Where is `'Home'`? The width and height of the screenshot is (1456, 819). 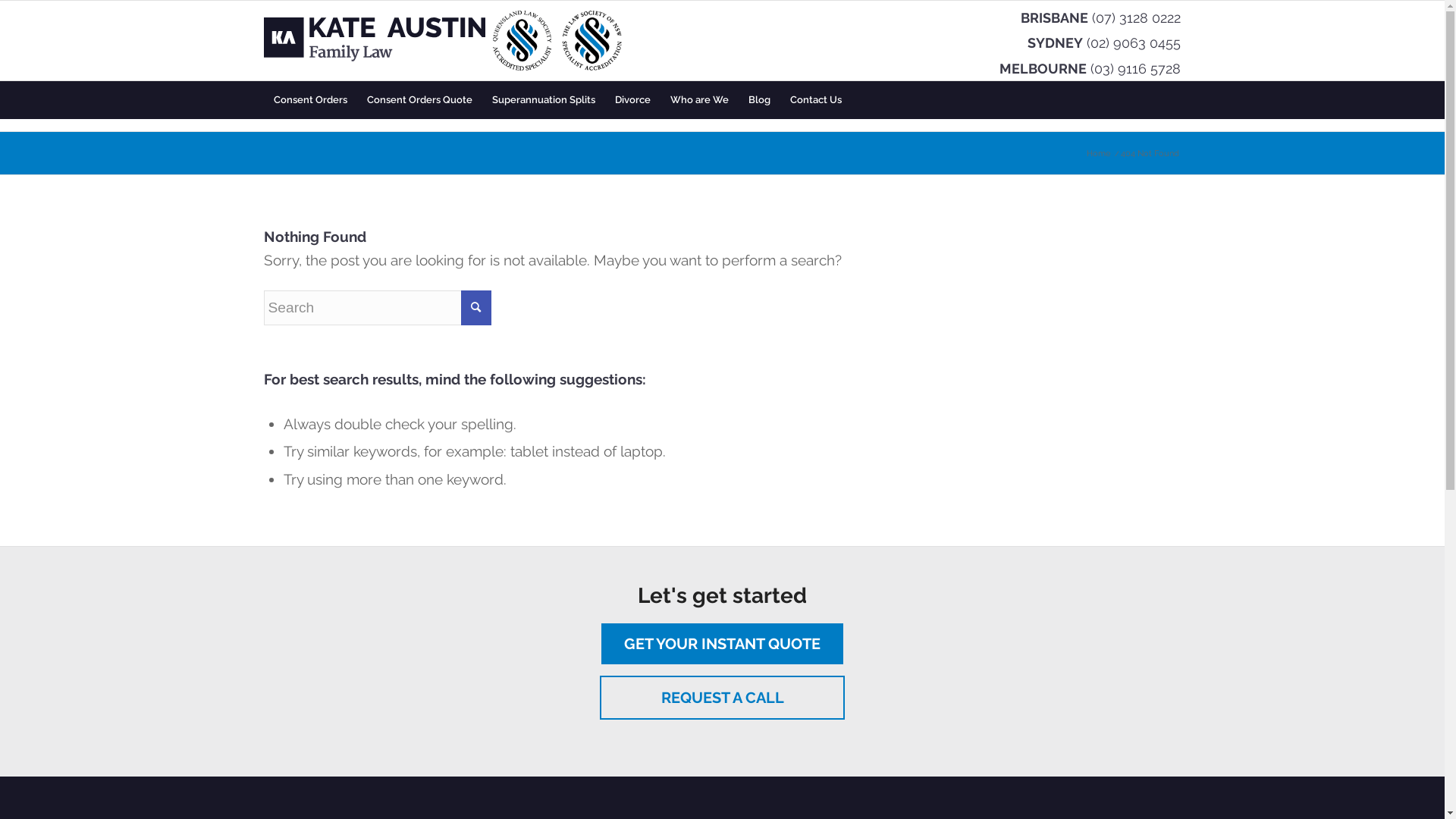
'Home' is located at coordinates (1084, 153).